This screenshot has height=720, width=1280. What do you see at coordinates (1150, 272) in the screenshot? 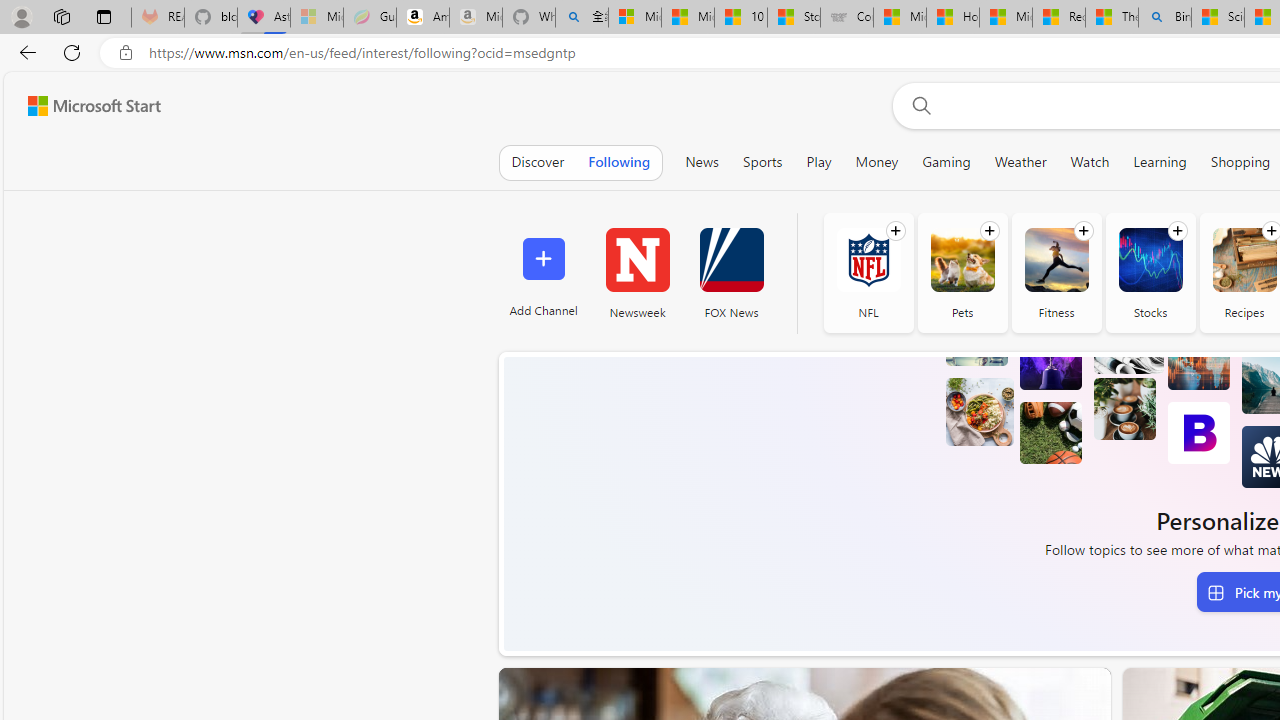
I see `'Stocks'` at bounding box center [1150, 272].